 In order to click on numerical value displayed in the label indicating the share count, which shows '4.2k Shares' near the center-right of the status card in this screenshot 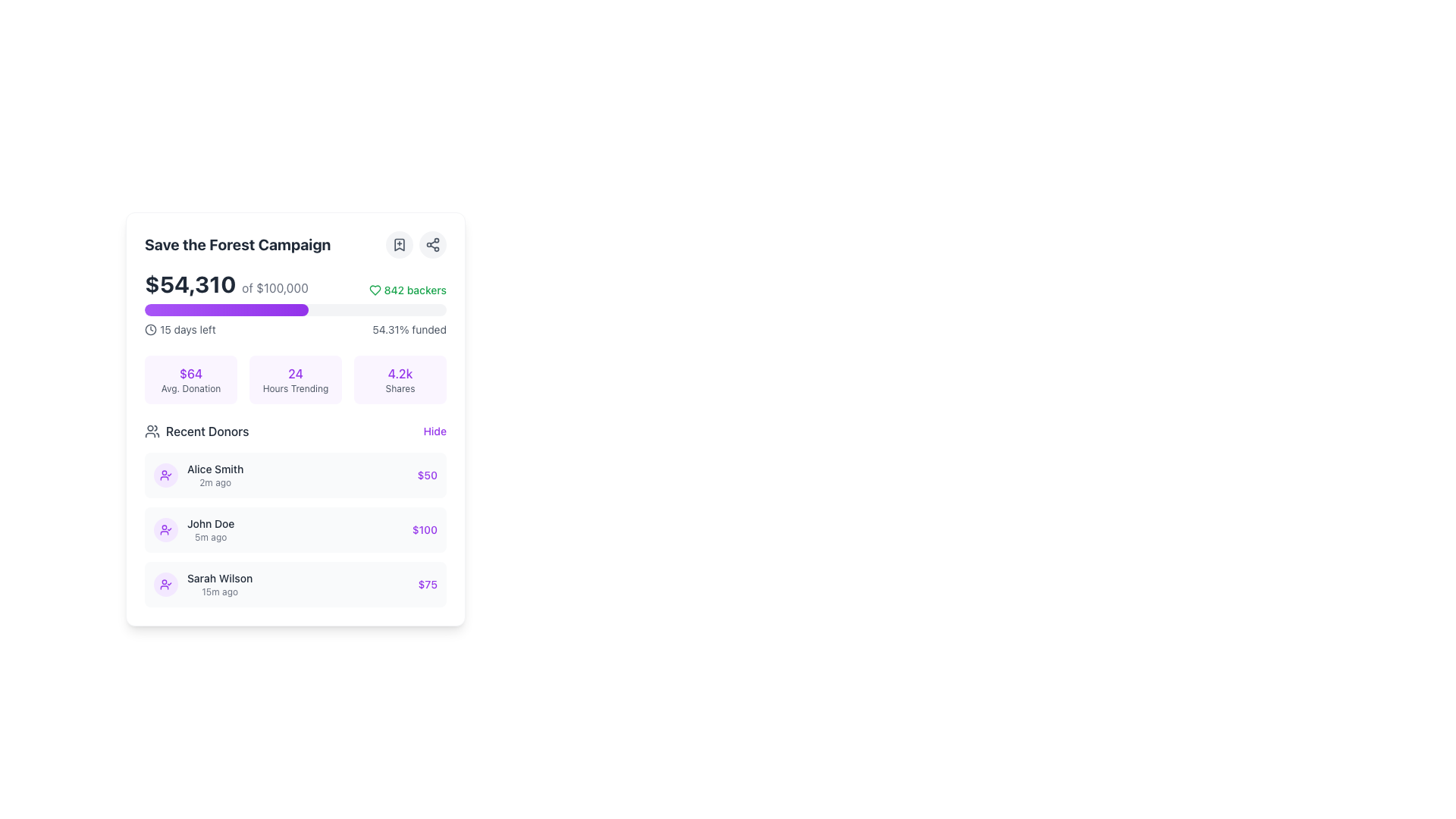, I will do `click(400, 374)`.